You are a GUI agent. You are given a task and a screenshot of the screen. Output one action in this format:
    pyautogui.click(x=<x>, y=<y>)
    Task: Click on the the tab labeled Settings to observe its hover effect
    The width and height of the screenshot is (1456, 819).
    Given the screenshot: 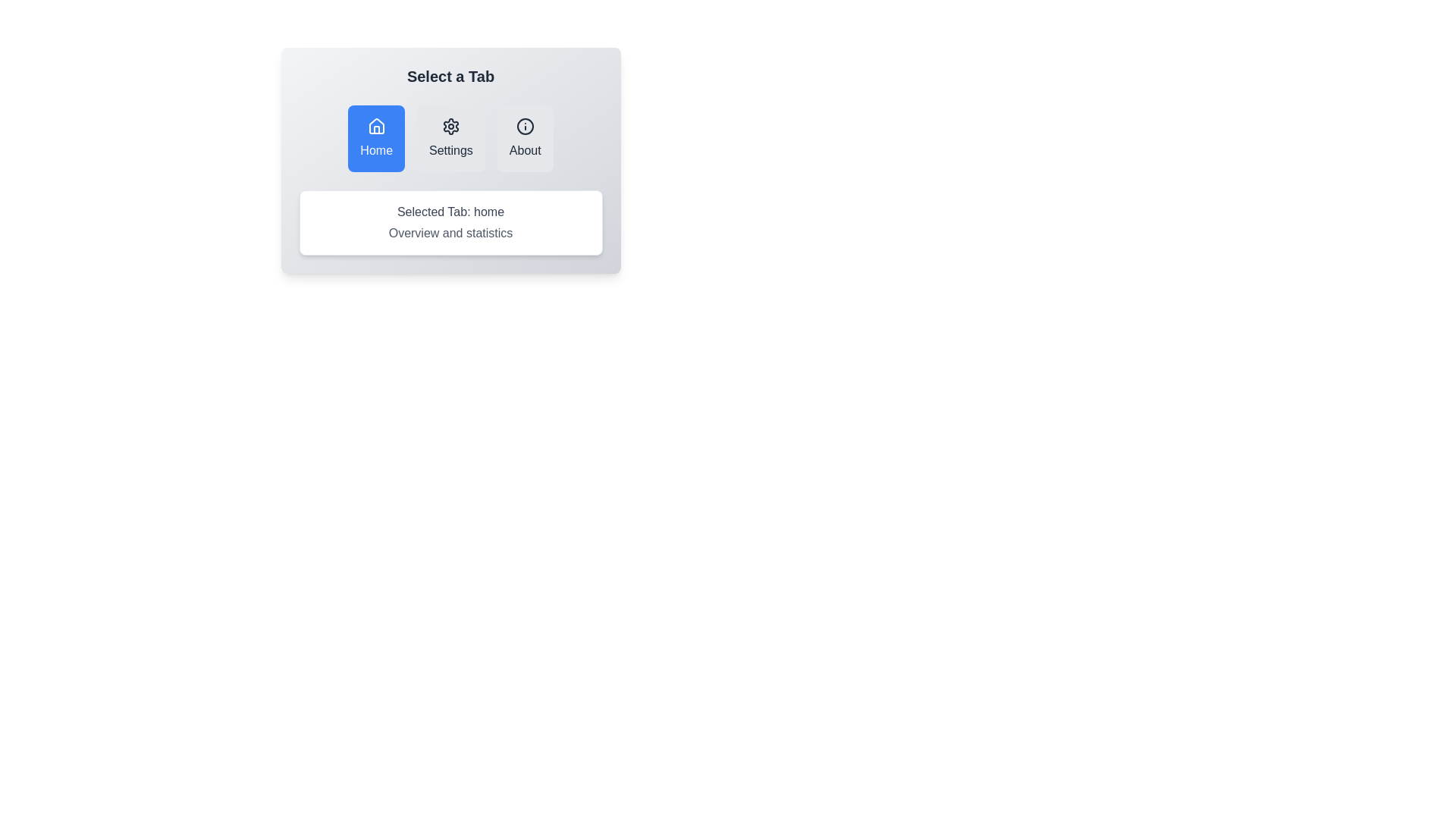 What is the action you would take?
    pyautogui.click(x=450, y=138)
    